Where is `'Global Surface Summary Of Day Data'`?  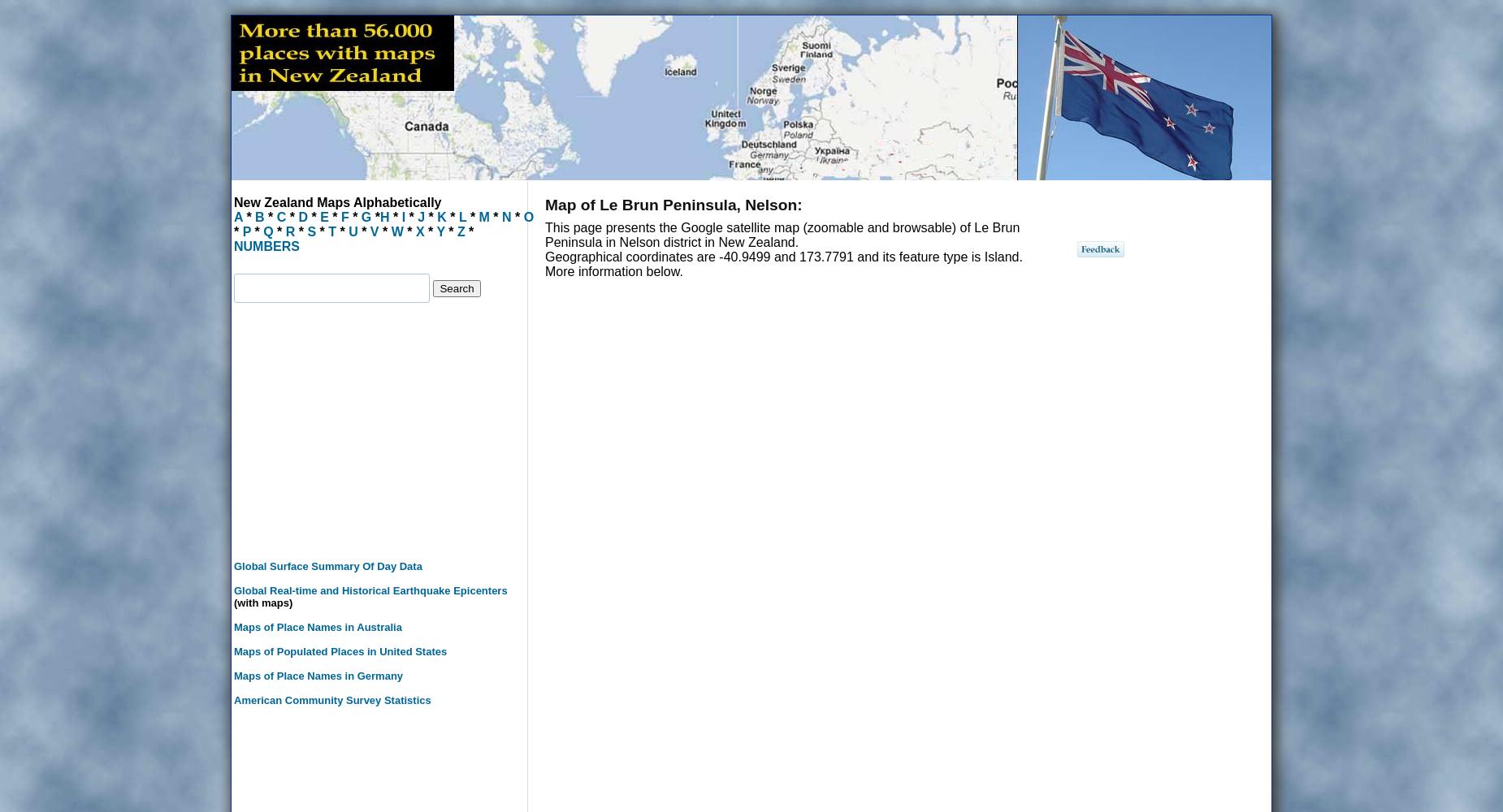
'Global Surface Summary Of Day Data' is located at coordinates (327, 565).